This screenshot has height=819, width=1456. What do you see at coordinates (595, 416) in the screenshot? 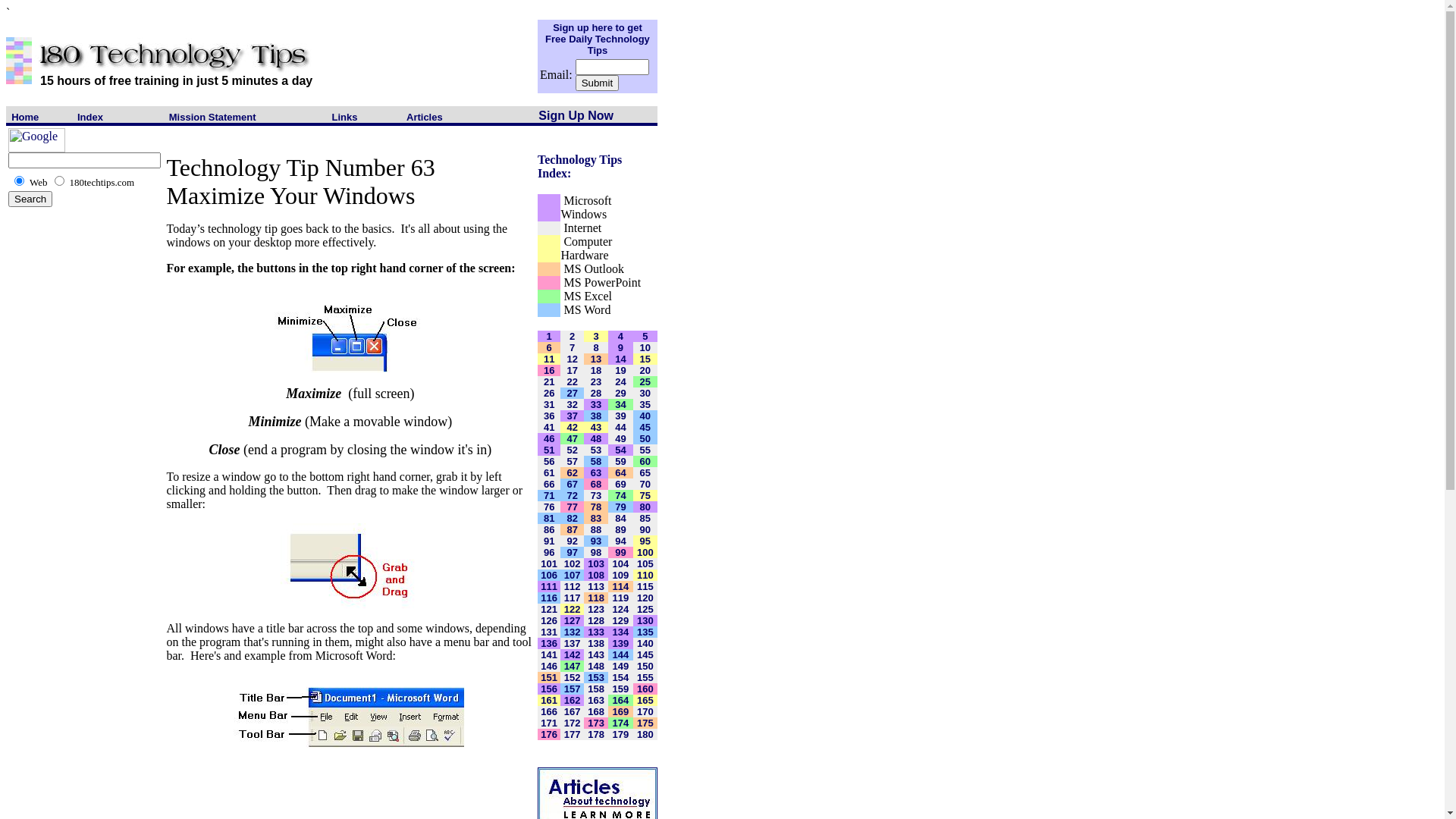
I see `'38'` at bounding box center [595, 416].